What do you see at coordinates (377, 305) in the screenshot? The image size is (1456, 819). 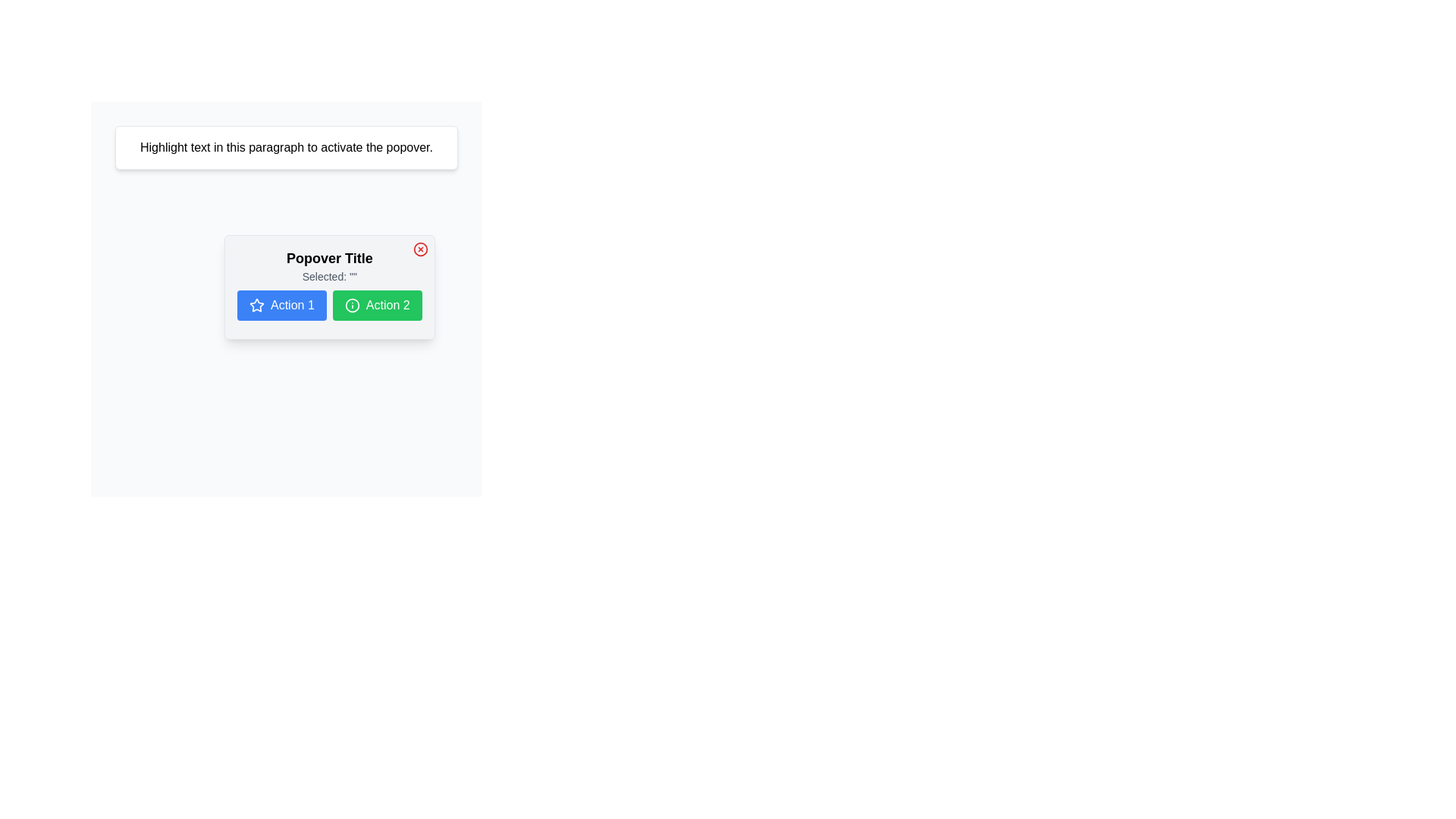 I see `the green button labeled 'Action 2' with an 'i' icon` at bounding box center [377, 305].